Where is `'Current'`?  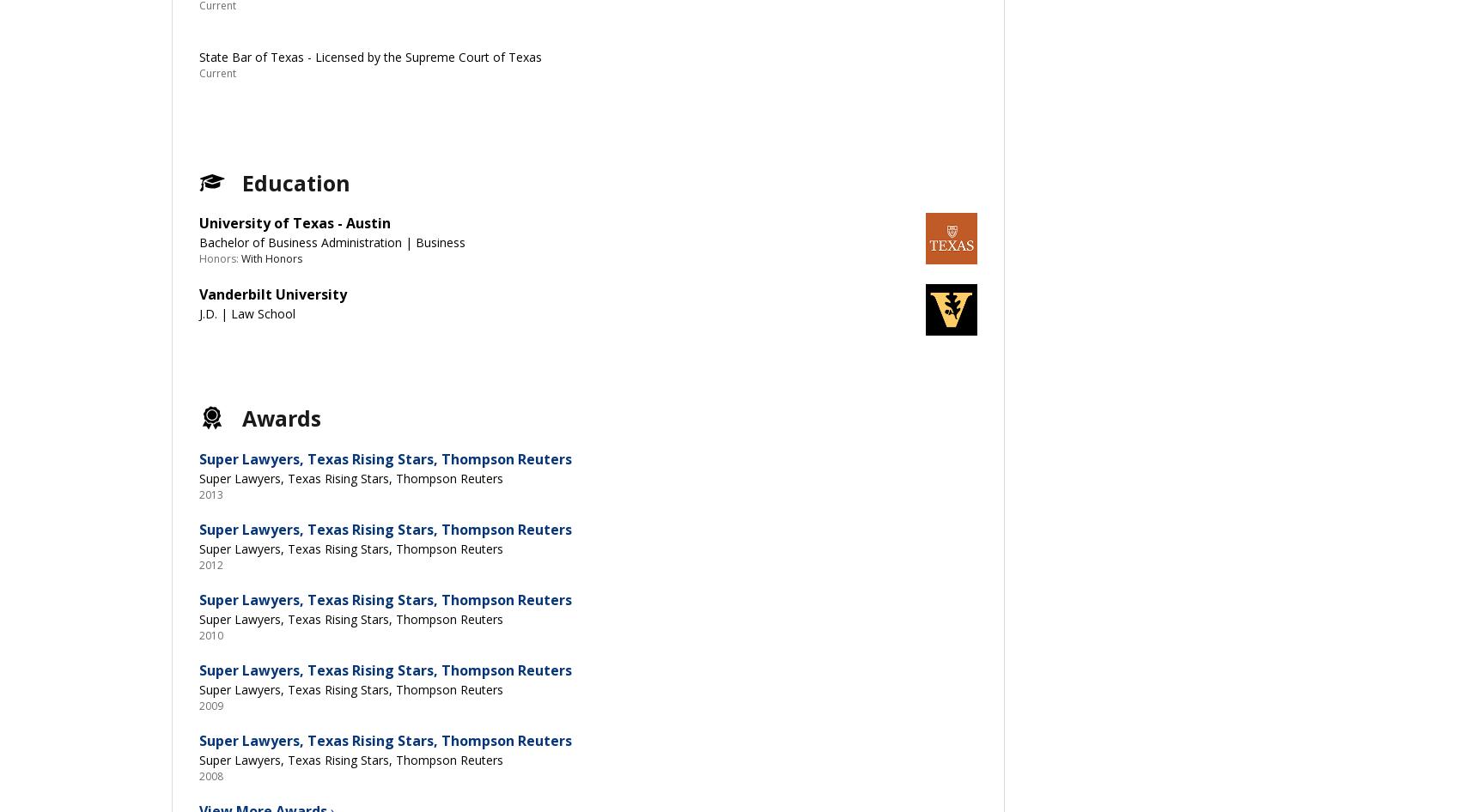 'Current' is located at coordinates (217, 72).